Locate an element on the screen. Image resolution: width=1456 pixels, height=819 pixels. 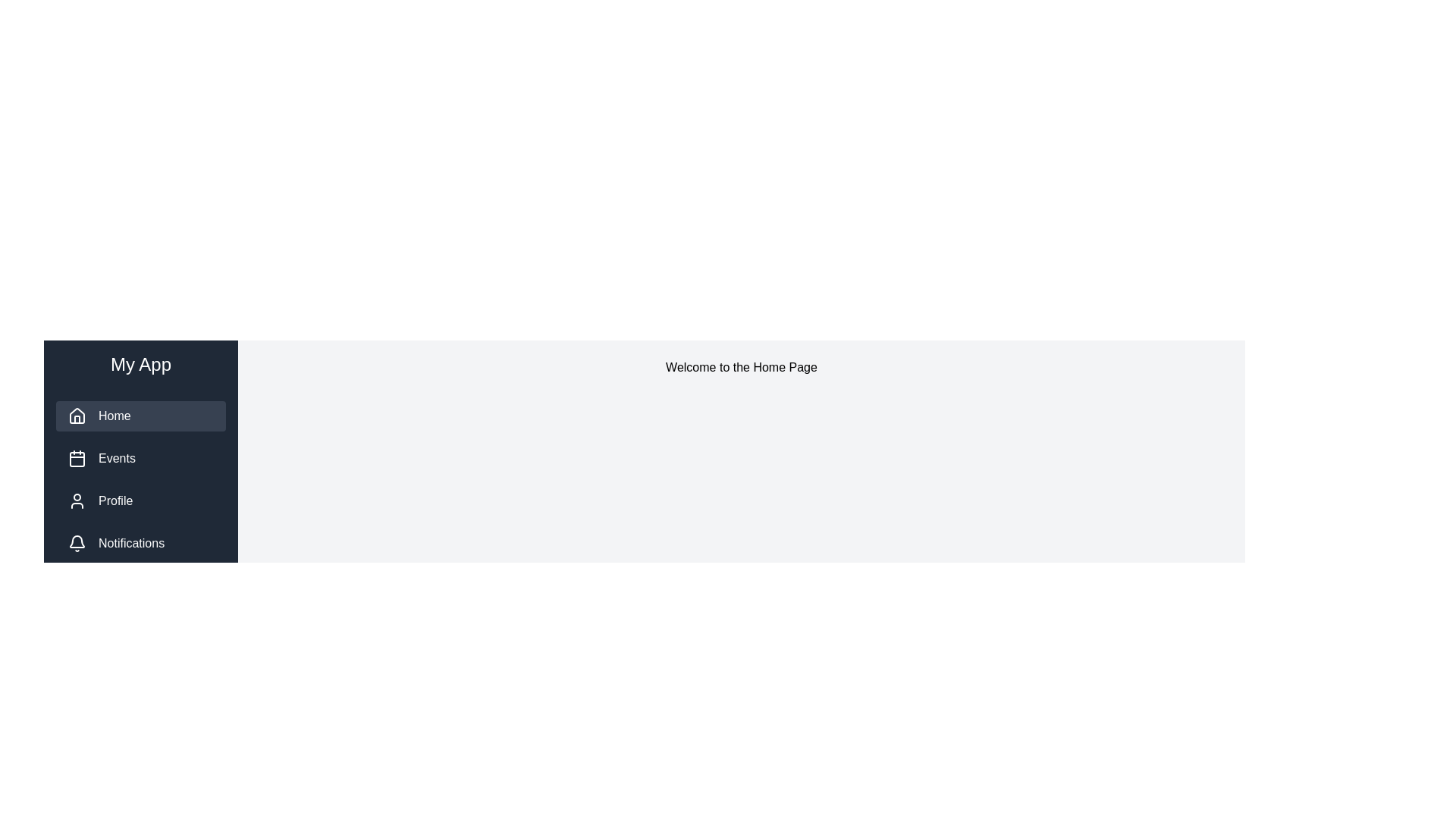
the 'Events' text element located in the vertical navigation menu, which is styled in white on a dark navy-blue background is located at coordinates (116, 458).